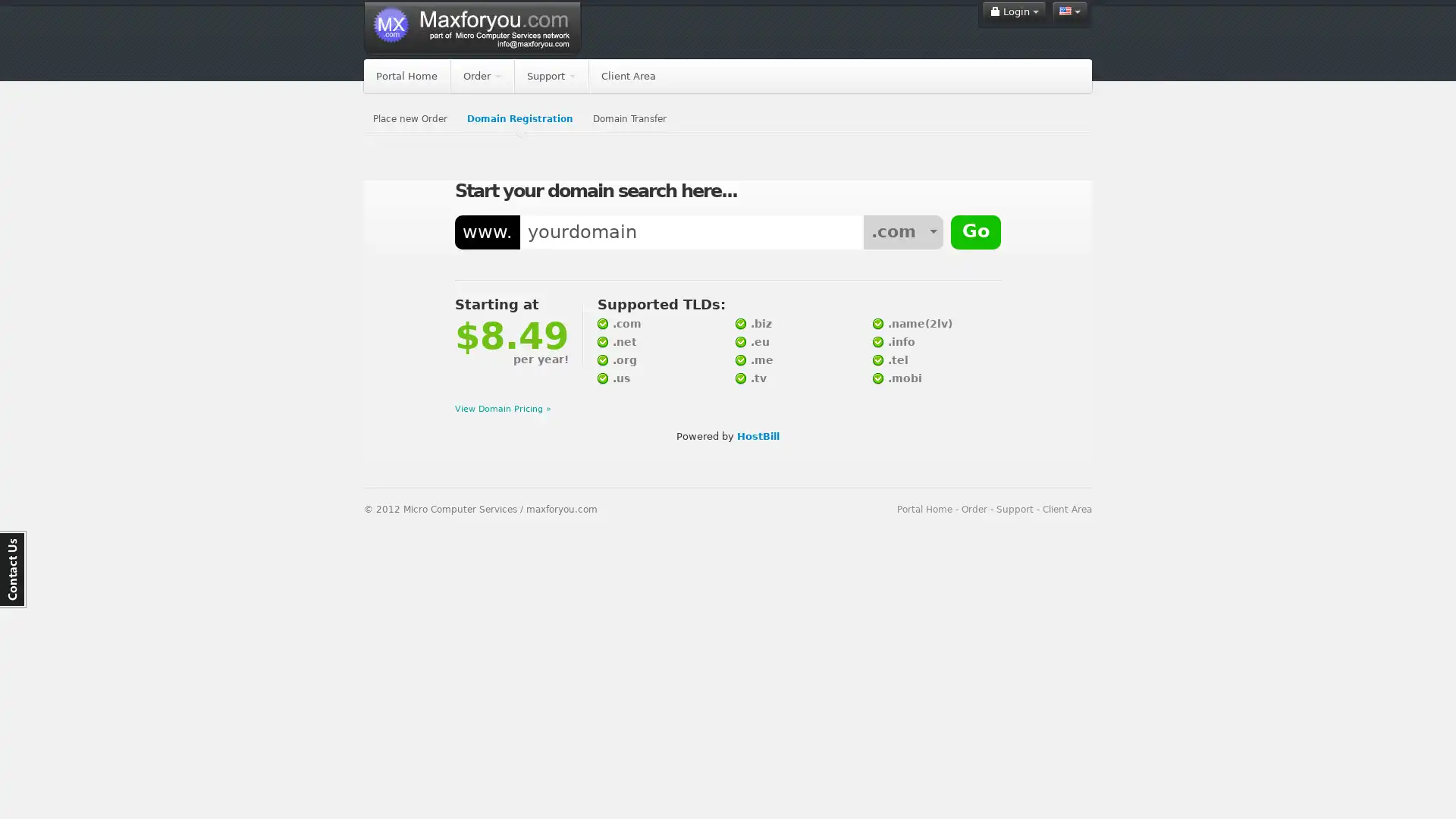  I want to click on English, so click(1069, 11).